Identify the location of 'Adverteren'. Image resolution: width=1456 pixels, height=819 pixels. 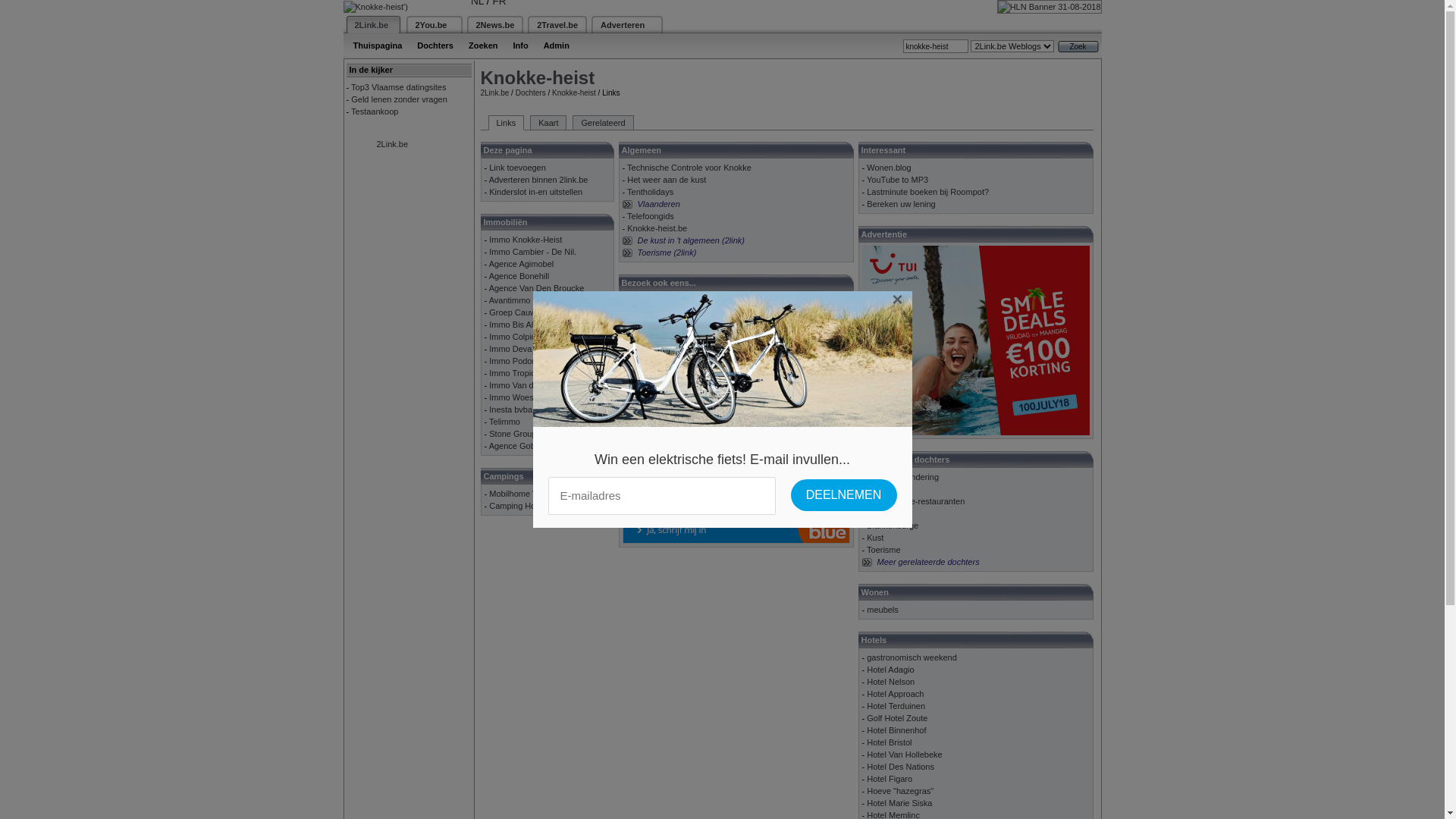
(622, 25).